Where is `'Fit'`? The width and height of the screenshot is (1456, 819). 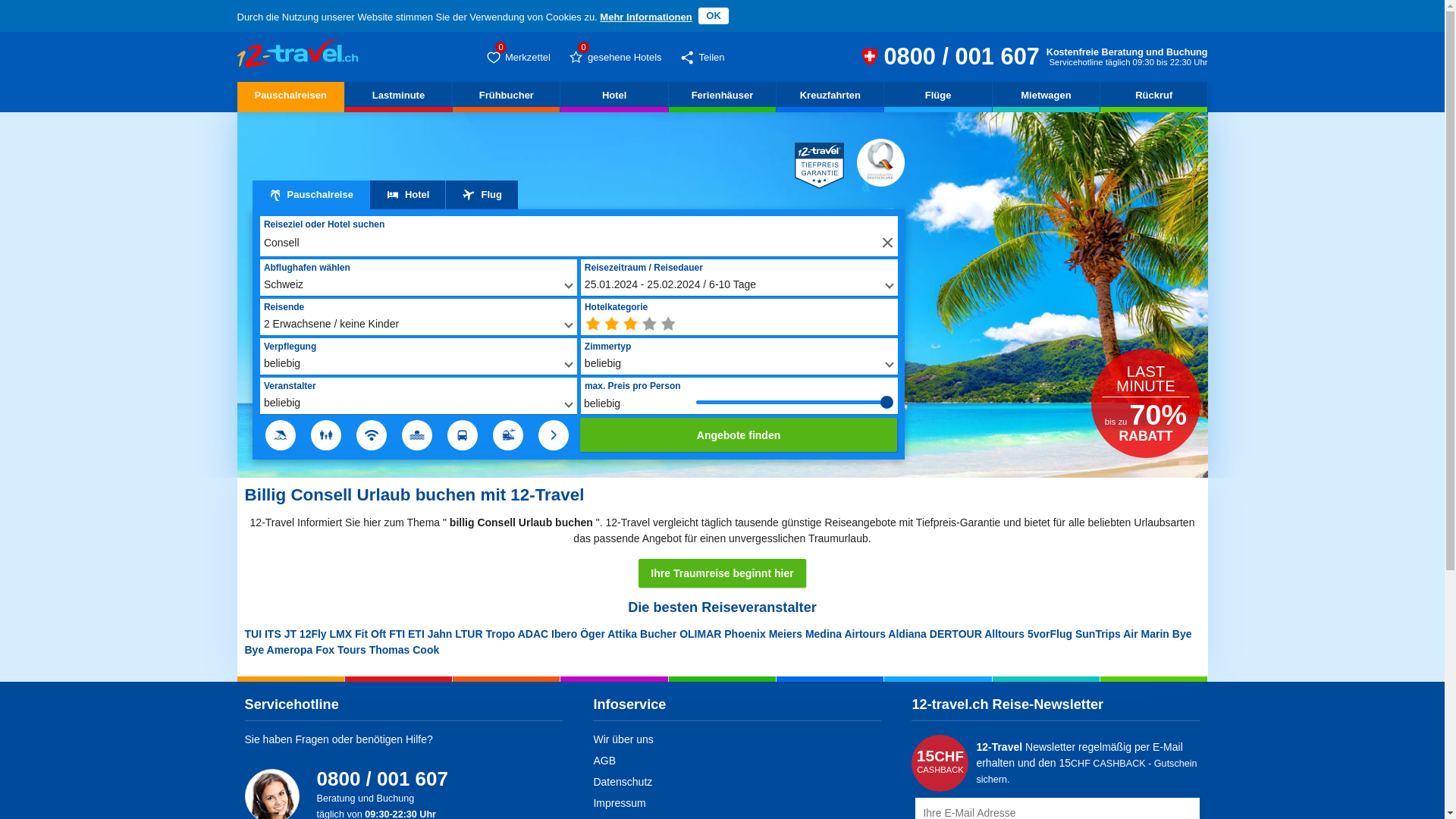 'Fit' is located at coordinates (360, 634).